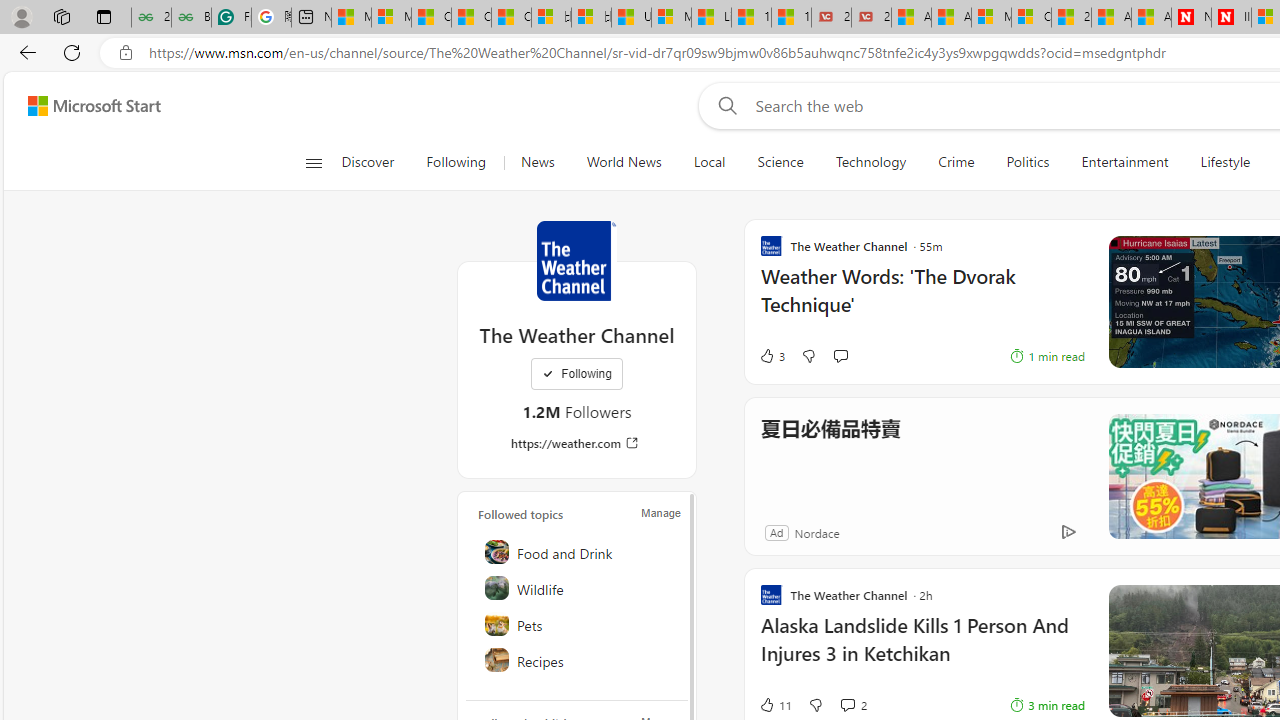  Describe the element at coordinates (1230, 17) in the screenshot. I see `'Illness news & latest pictures from Newsweek.com'` at that location.